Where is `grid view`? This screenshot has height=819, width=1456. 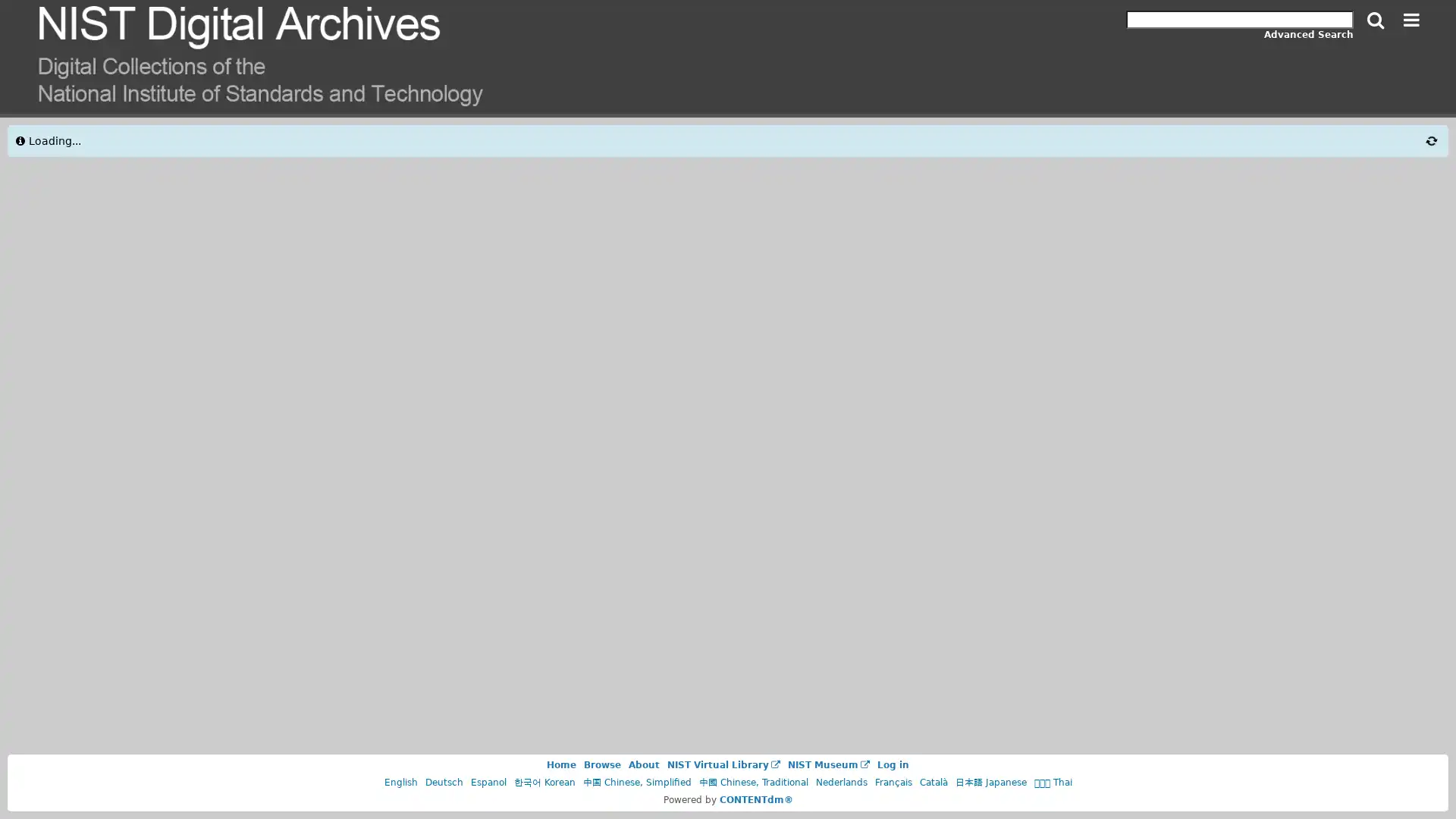
grid view is located at coordinates (1090, 146).